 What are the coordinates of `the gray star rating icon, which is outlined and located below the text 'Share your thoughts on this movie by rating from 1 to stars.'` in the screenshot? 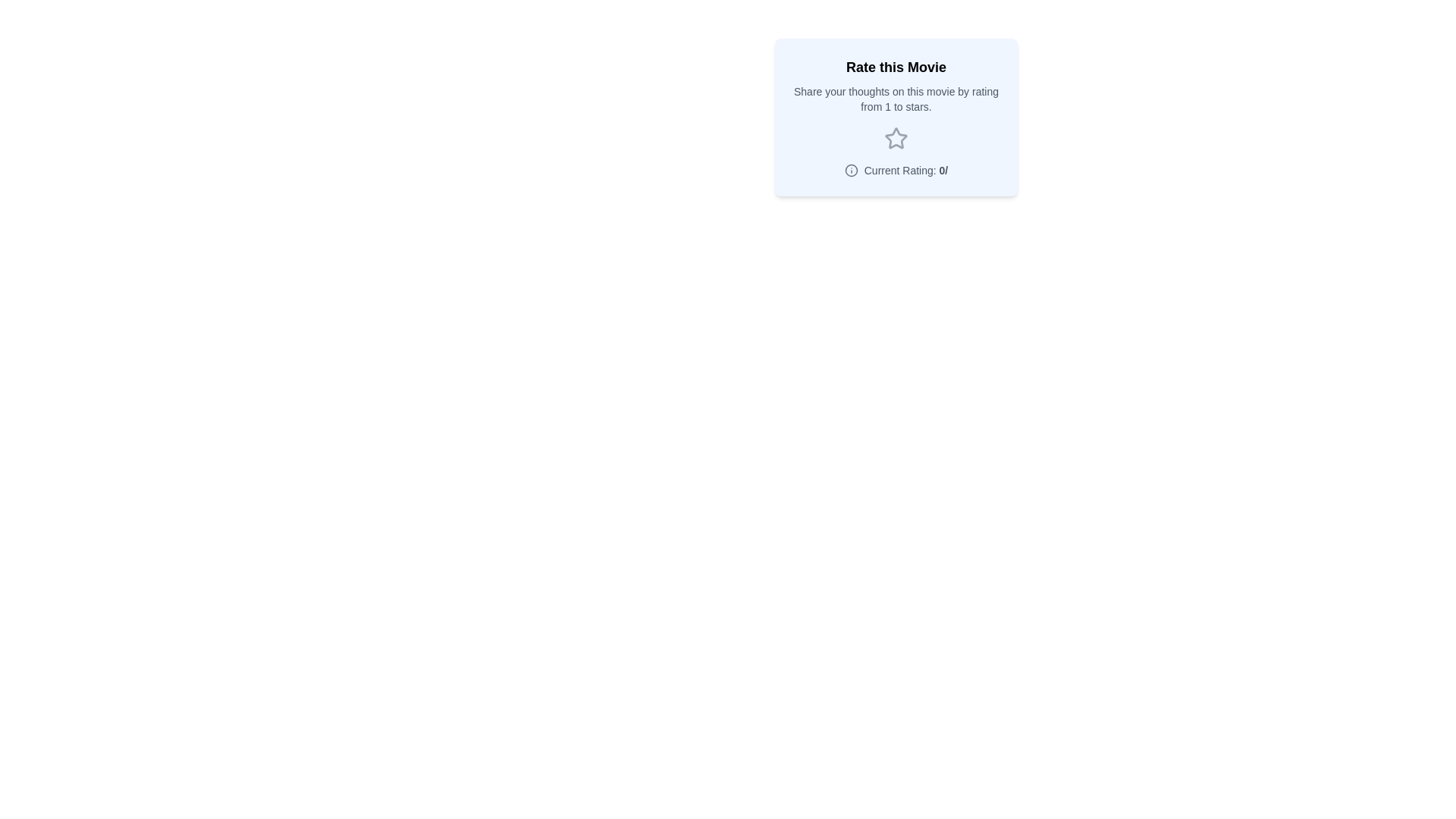 It's located at (896, 138).